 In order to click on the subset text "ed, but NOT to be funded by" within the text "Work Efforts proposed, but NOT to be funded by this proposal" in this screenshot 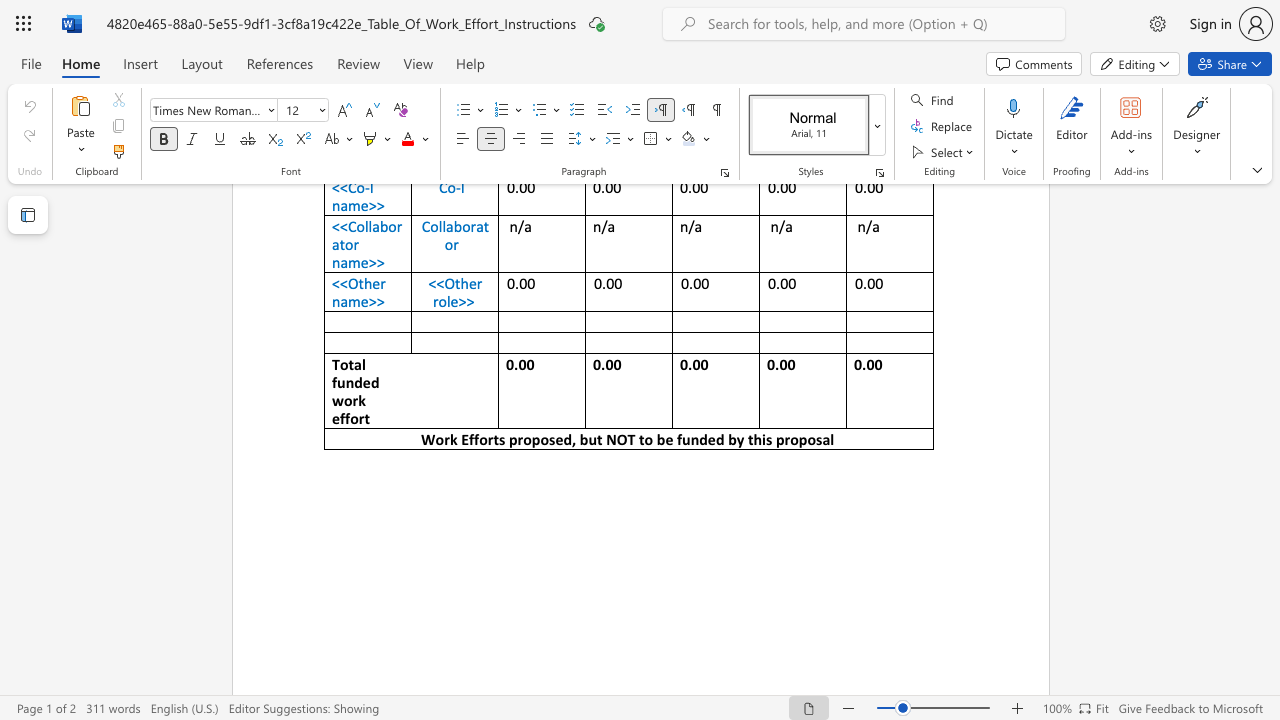, I will do `click(555, 438)`.